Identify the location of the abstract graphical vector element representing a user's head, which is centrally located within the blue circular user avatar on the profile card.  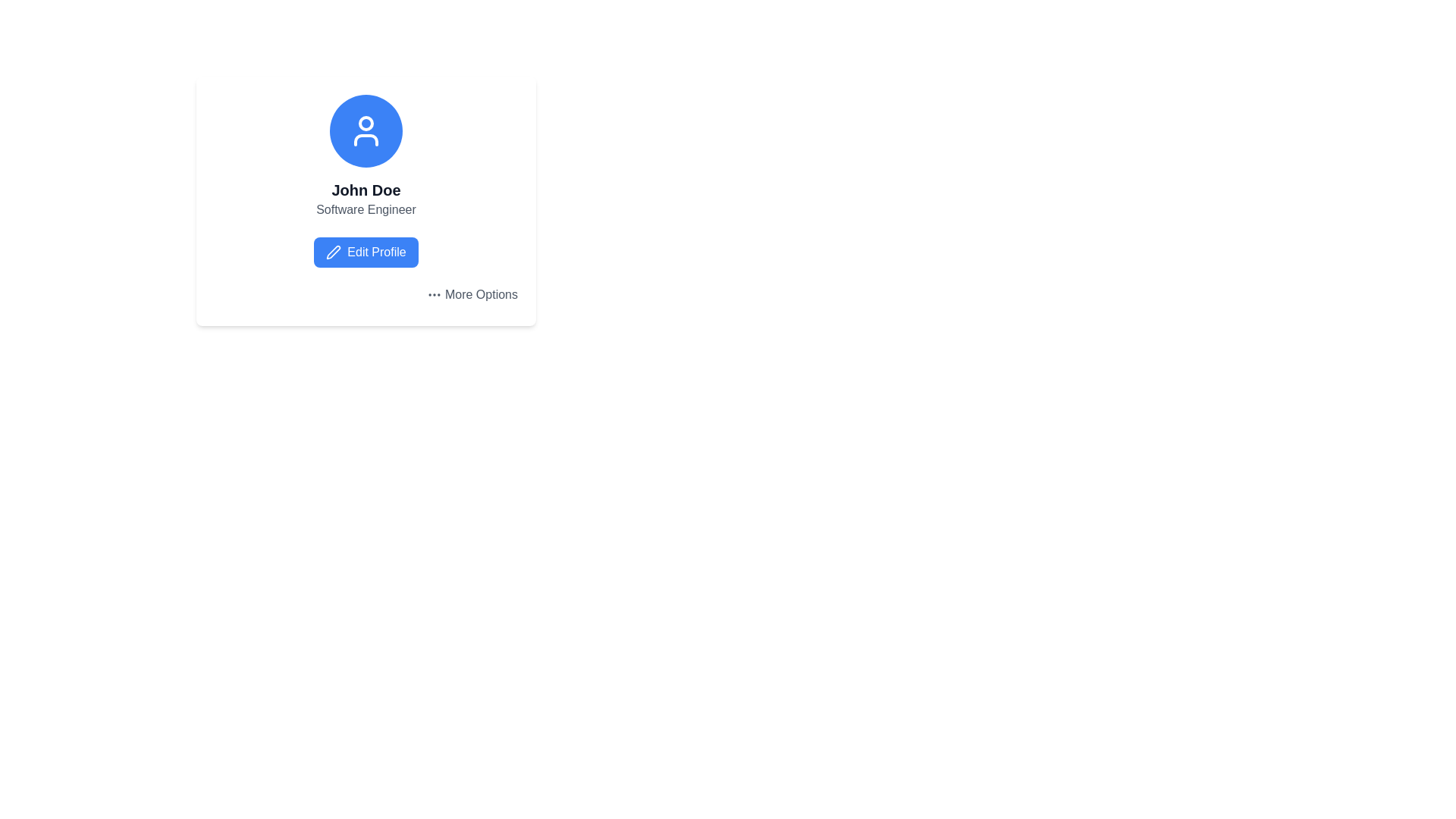
(366, 122).